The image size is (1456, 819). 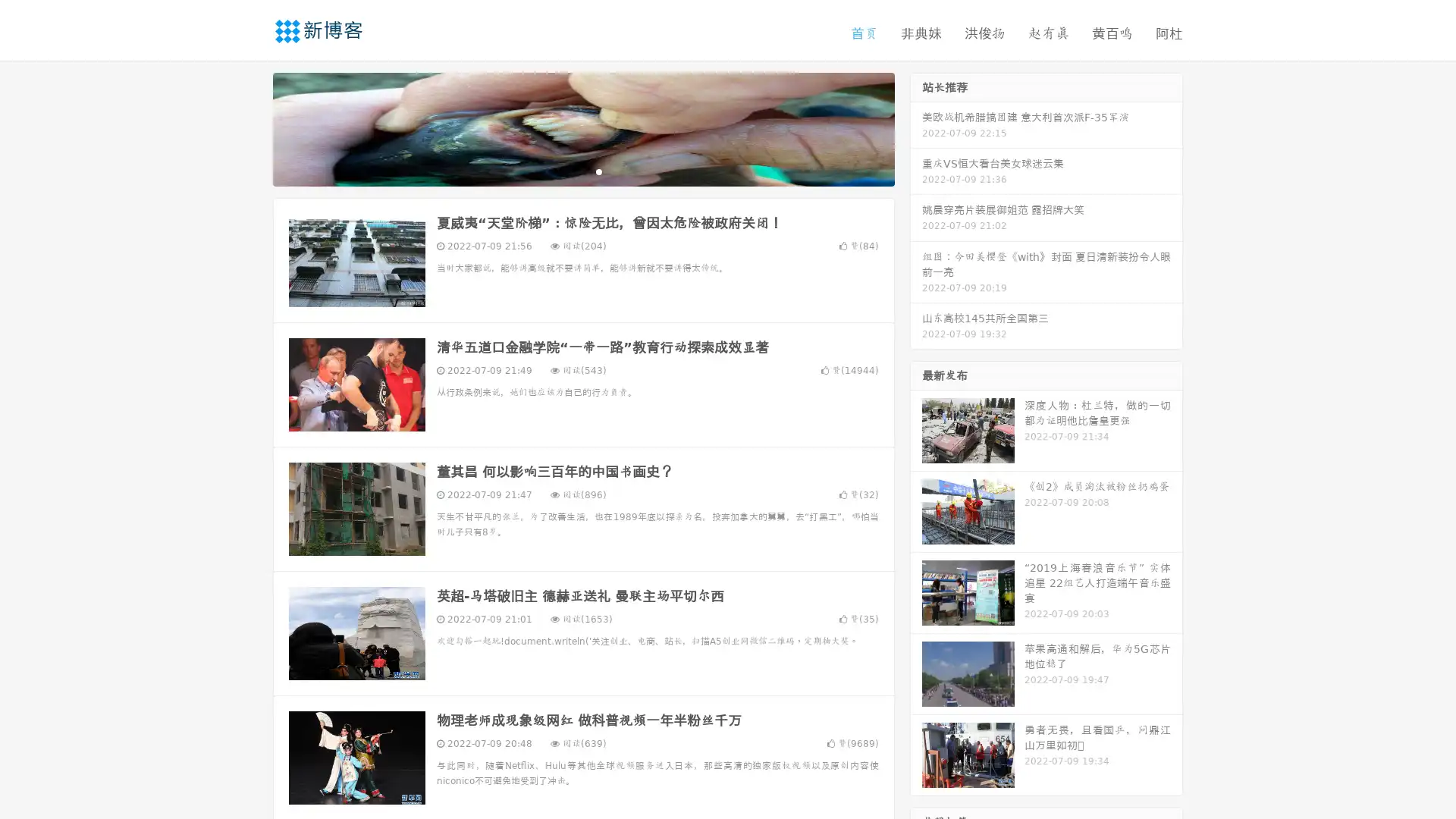 What do you see at coordinates (567, 171) in the screenshot?
I see `Go to slide 1` at bounding box center [567, 171].